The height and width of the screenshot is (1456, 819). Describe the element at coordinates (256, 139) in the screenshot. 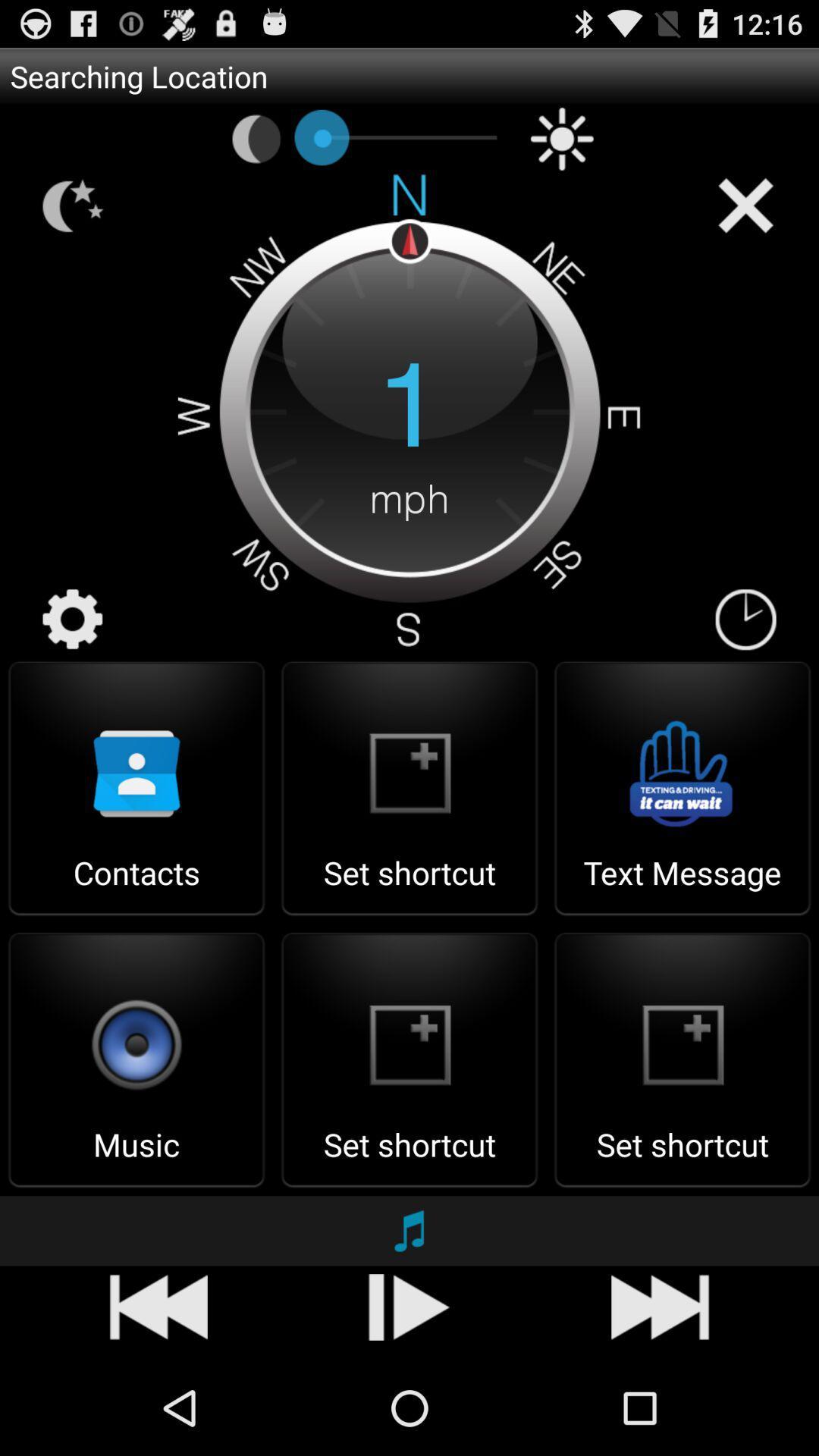

I see `the app above the 1 icon` at that location.